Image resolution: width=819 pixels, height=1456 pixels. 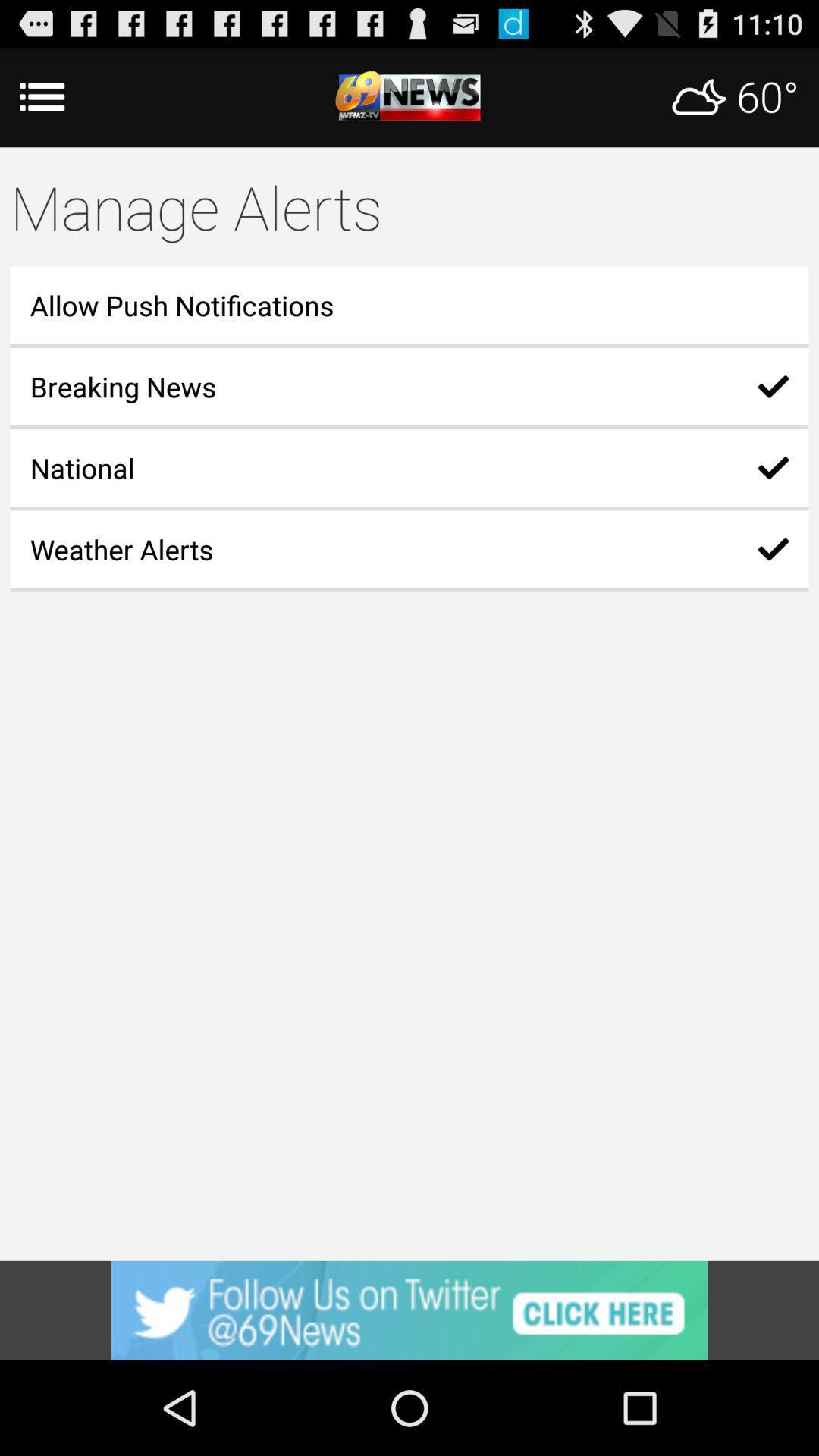 What do you see at coordinates (409, 1310) in the screenshot?
I see `advertisement` at bounding box center [409, 1310].